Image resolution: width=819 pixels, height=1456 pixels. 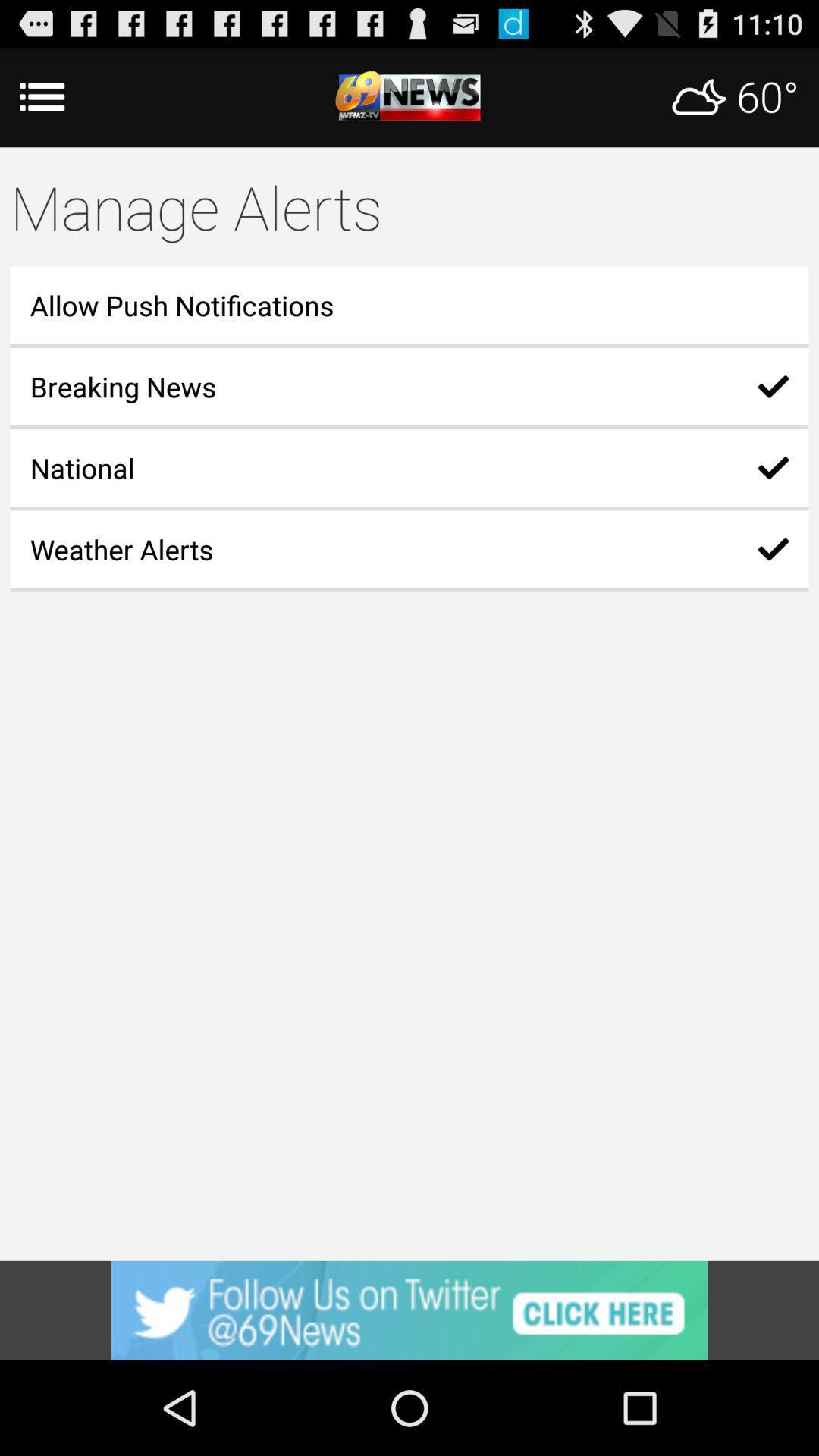 What do you see at coordinates (409, 1310) in the screenshot?
I see `advertisement` at bounding box center [409, 1310].